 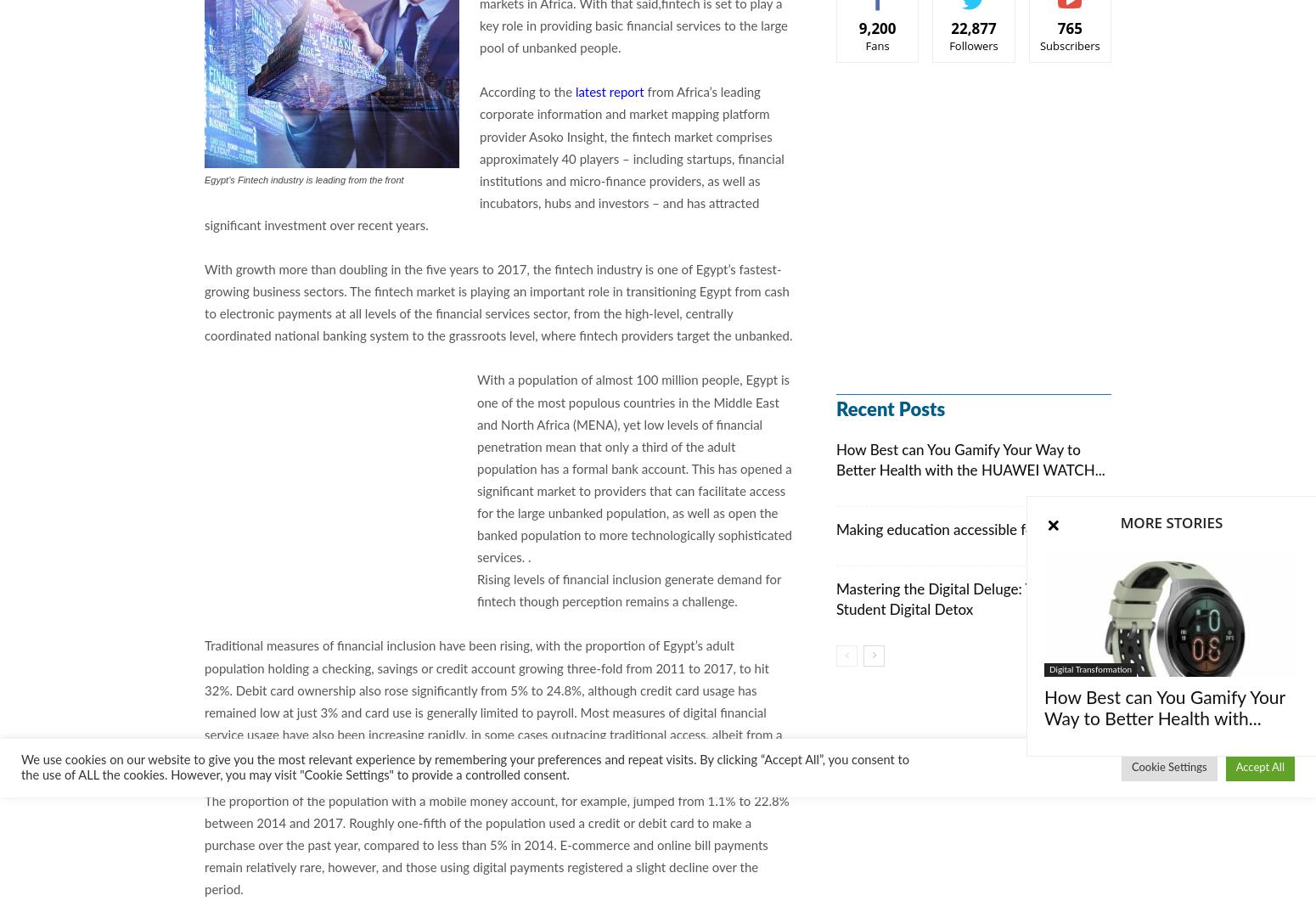 I want to click on '765', so click(x=1068, y=28).